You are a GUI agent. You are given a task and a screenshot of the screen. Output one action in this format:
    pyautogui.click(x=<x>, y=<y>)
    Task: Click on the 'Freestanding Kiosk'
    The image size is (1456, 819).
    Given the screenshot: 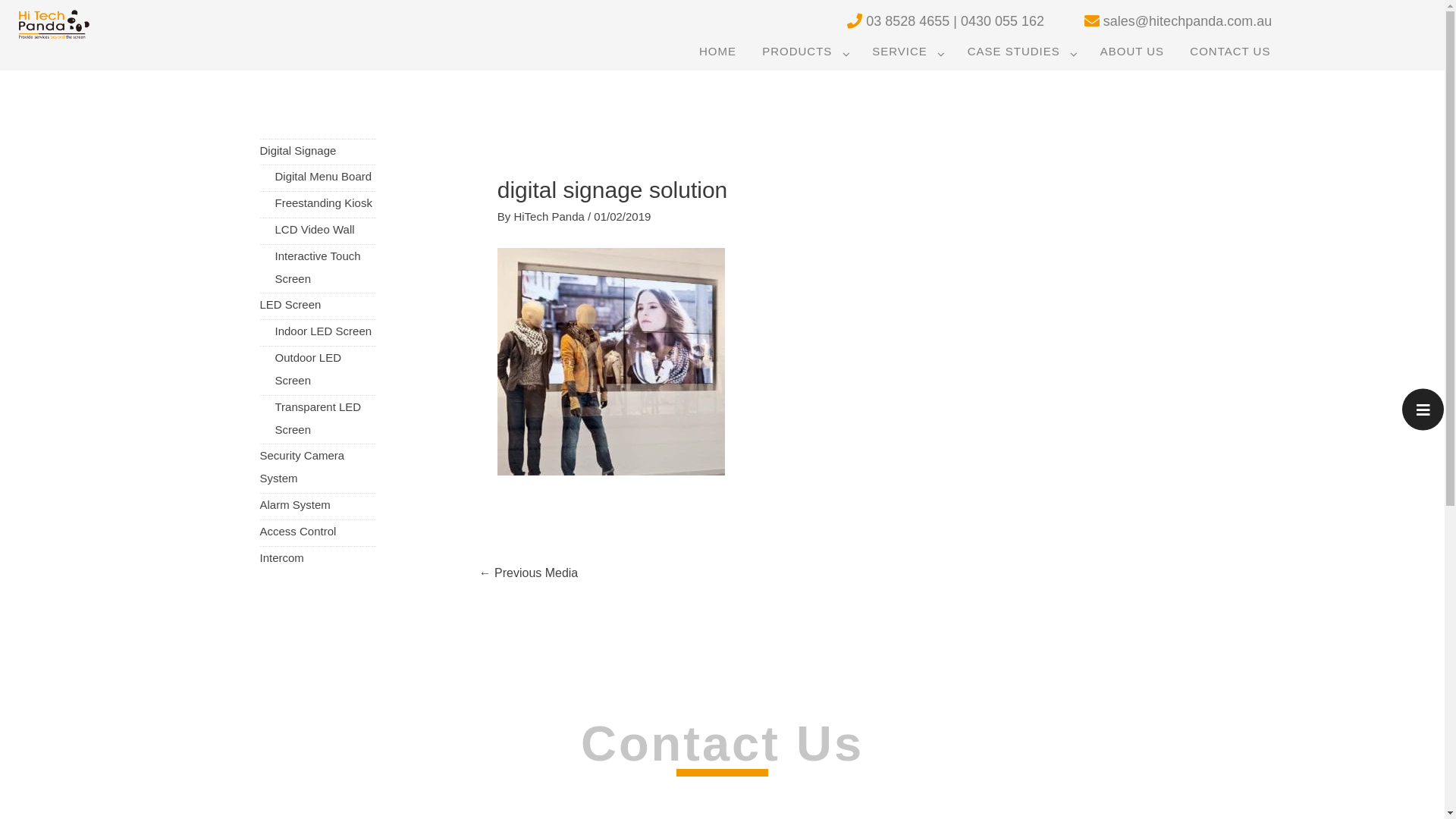 What is the action you would take?
    pyautogui.click(x=322, y=202)
    